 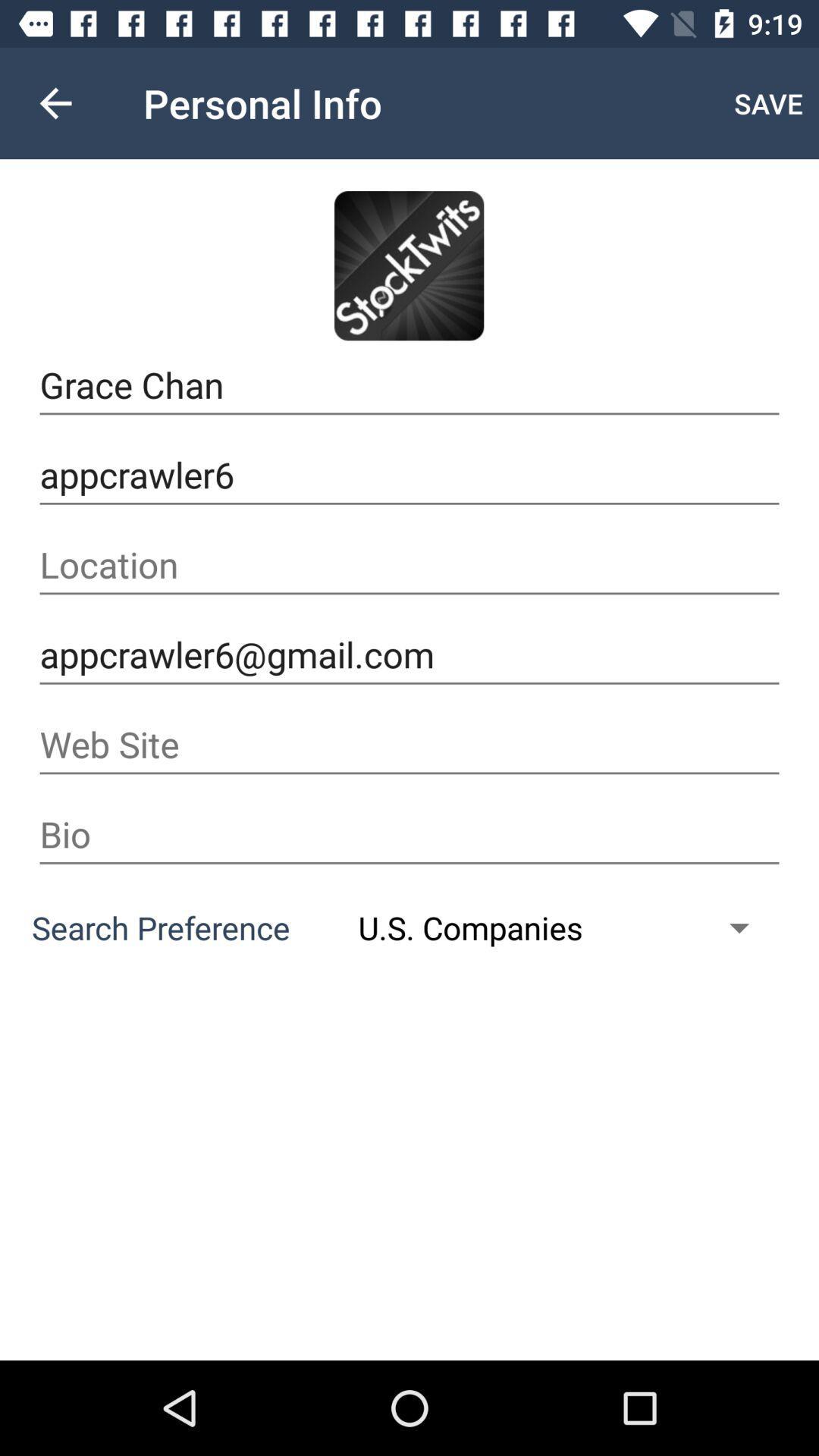 What do you see at coordinates (408, 265) in the screenshot?
I see `item below personal info` at bounding box center [408, 265].